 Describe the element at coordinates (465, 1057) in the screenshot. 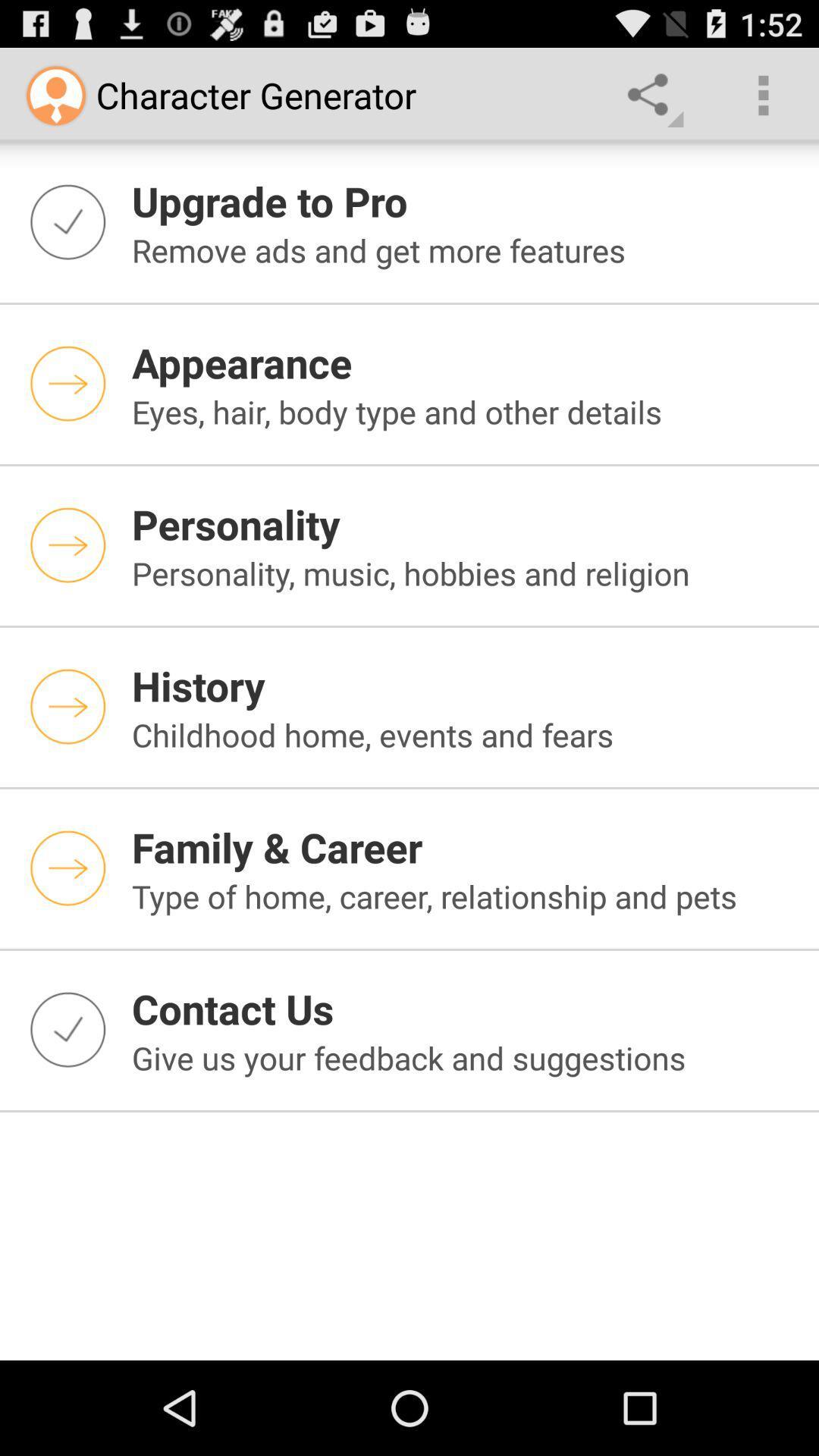

I see `give us your app` at that location.